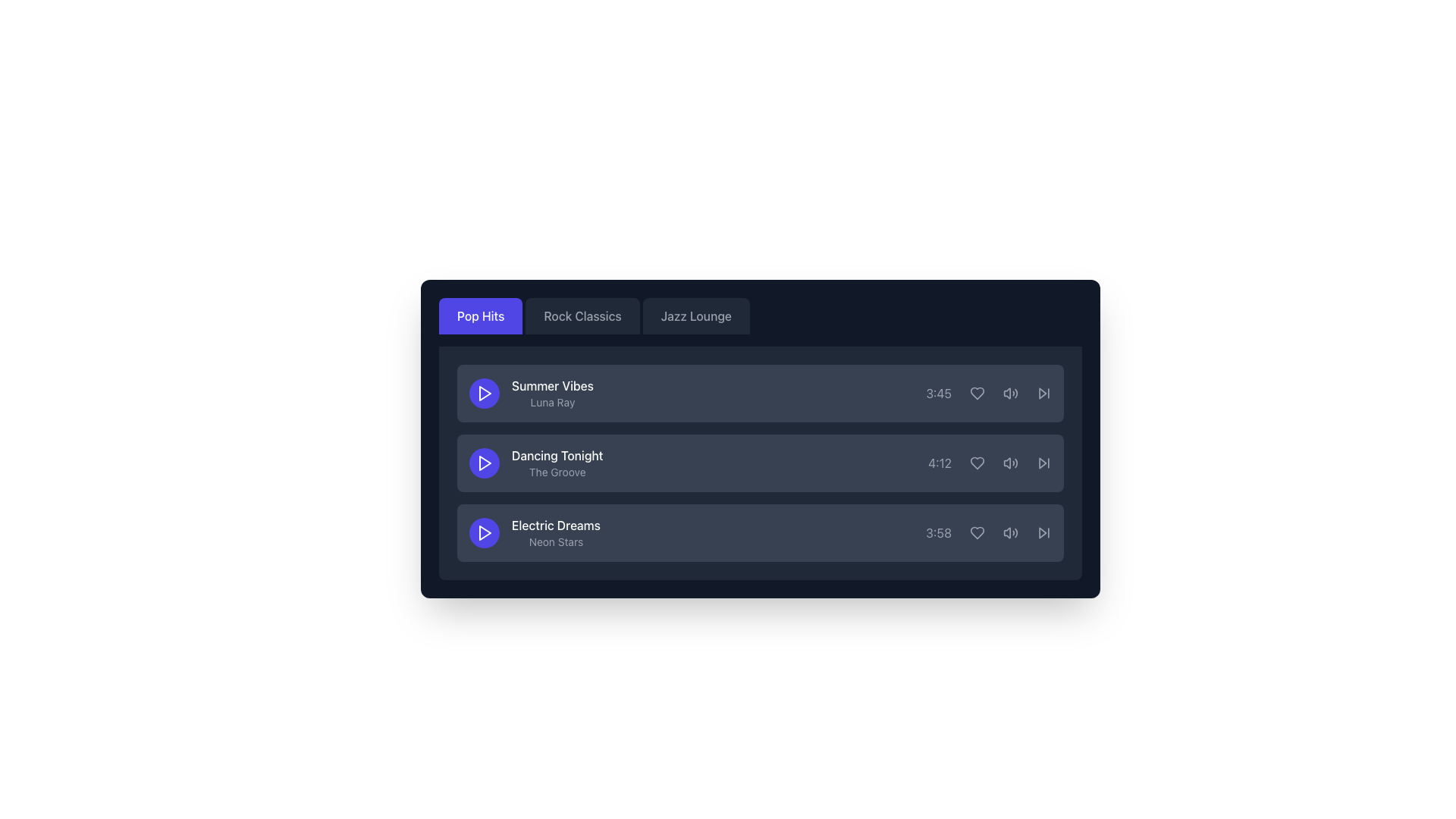 Image resolution: width=1456 pixels, height=819 pixels. Describe the element at coordinates (535, 532) in the screenshot. I see `displayed text from the third item in the vertical list of music tracks, which shows the title and artist of the current music track` at that location.